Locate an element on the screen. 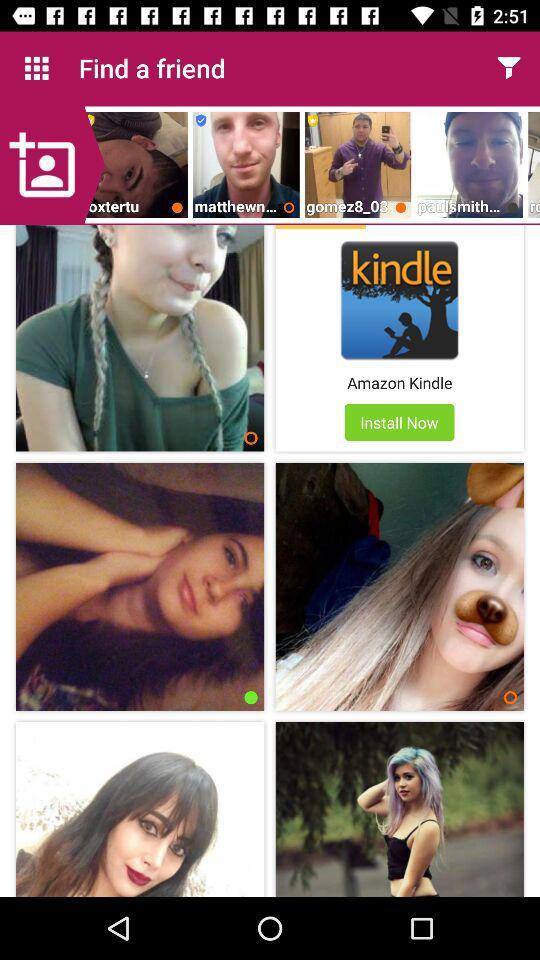  advertisement link button is located at coordinates (399, 299).